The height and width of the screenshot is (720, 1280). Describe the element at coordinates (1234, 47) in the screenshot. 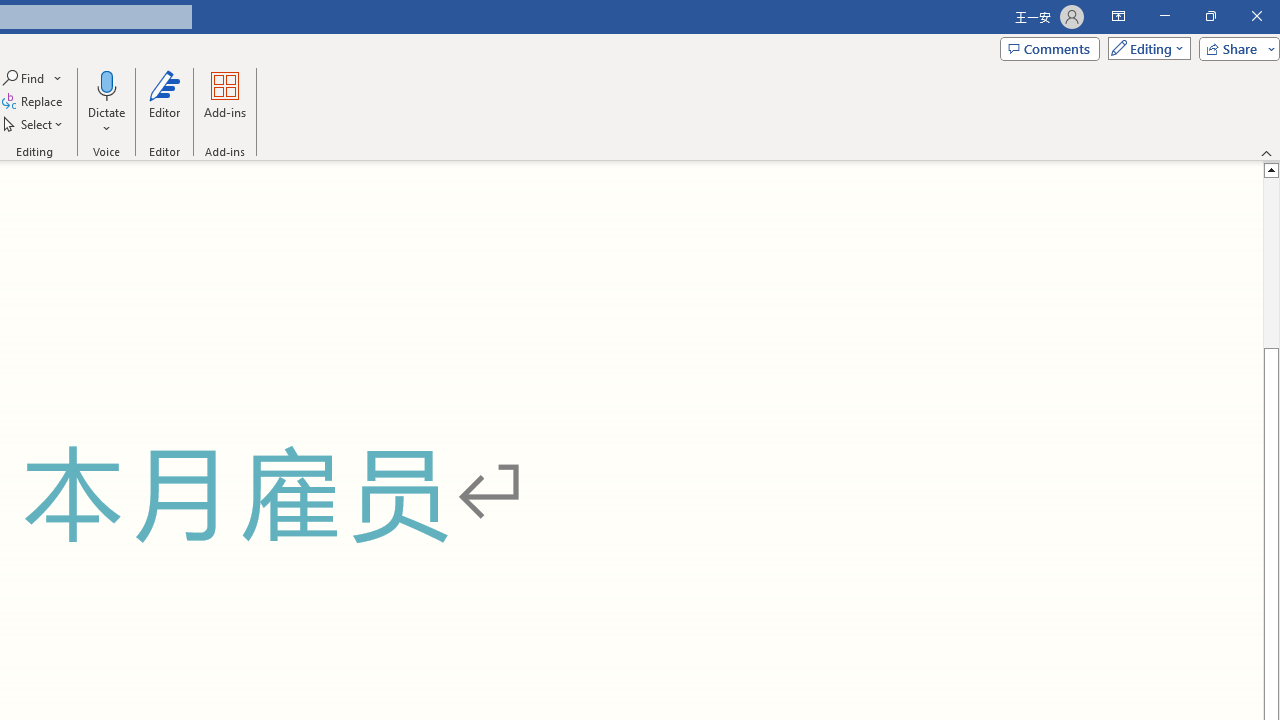

I see `'Share'` at that location.